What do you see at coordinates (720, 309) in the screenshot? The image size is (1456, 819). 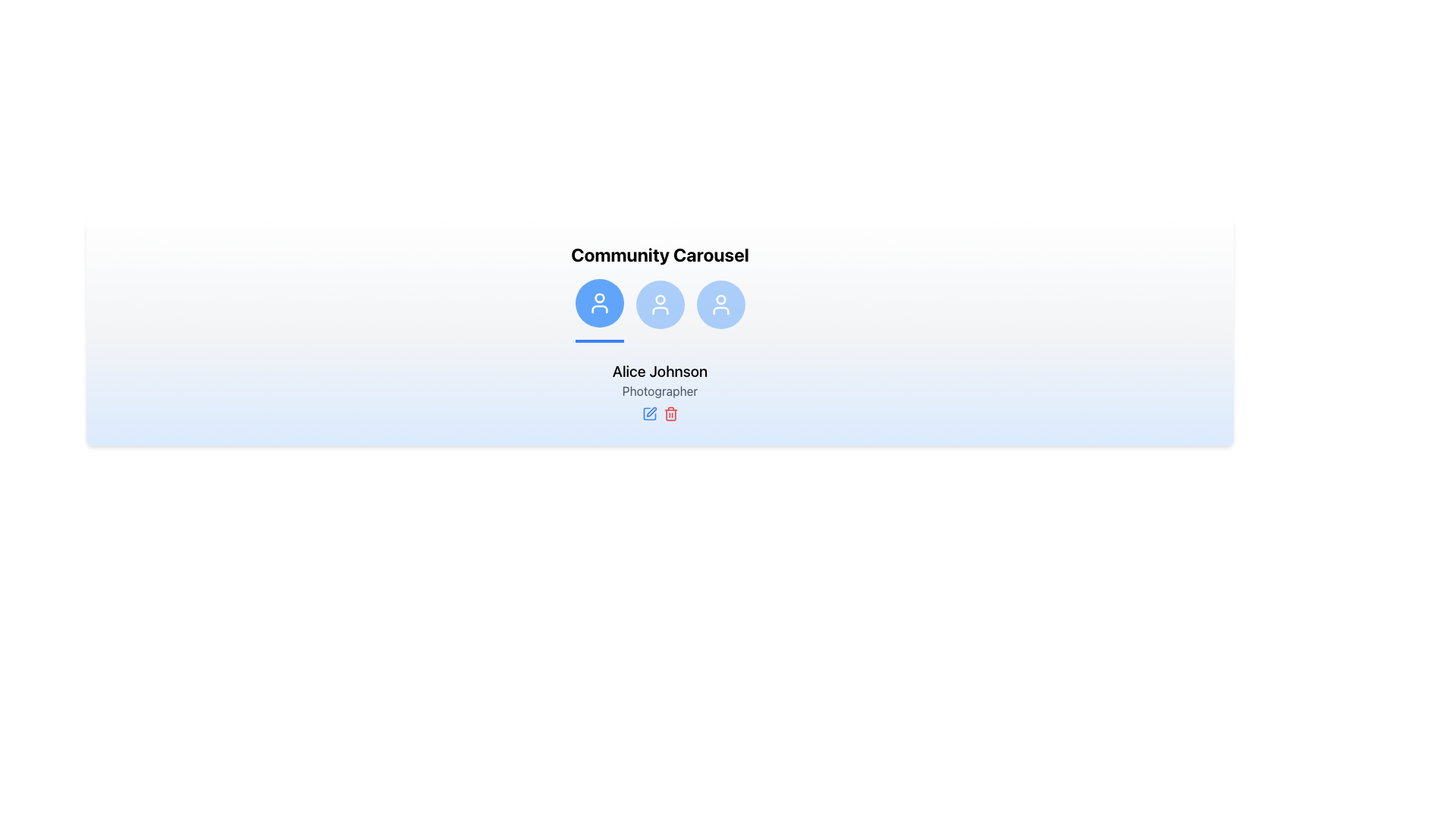 I see `the circular icon with a light blue background and white user silhouette, positioned as the third icon in a horizontal row of similar icons` at bounding box center [720, 309].